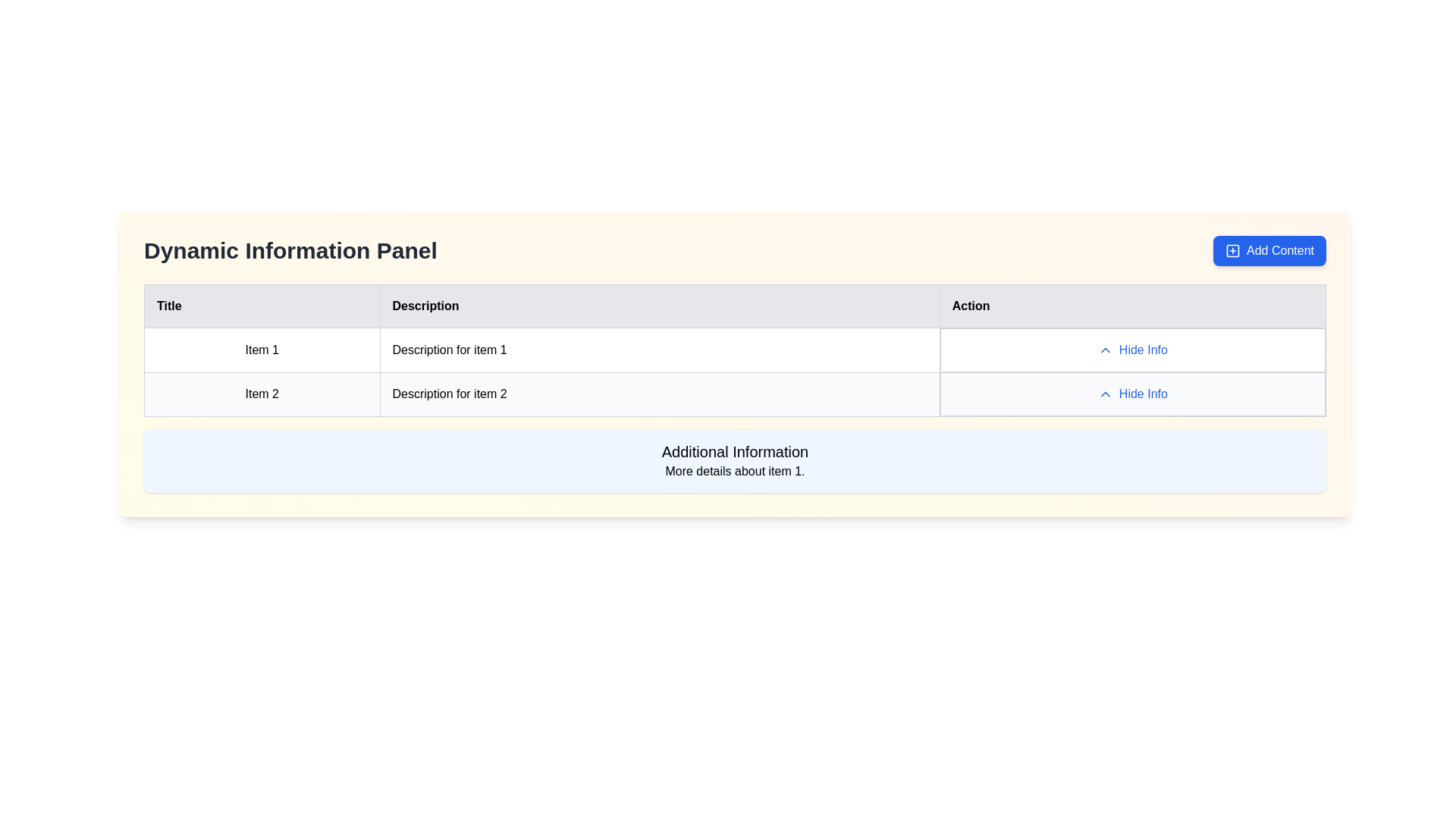 Image resolution: width=1456 pixels, height=819 pixels. I want to click on the 'Hide Info' link in the second row of the data table, which has a light gray background and contains the title 'Item 2' and the description 'Description for item 2', so click(735, 394).